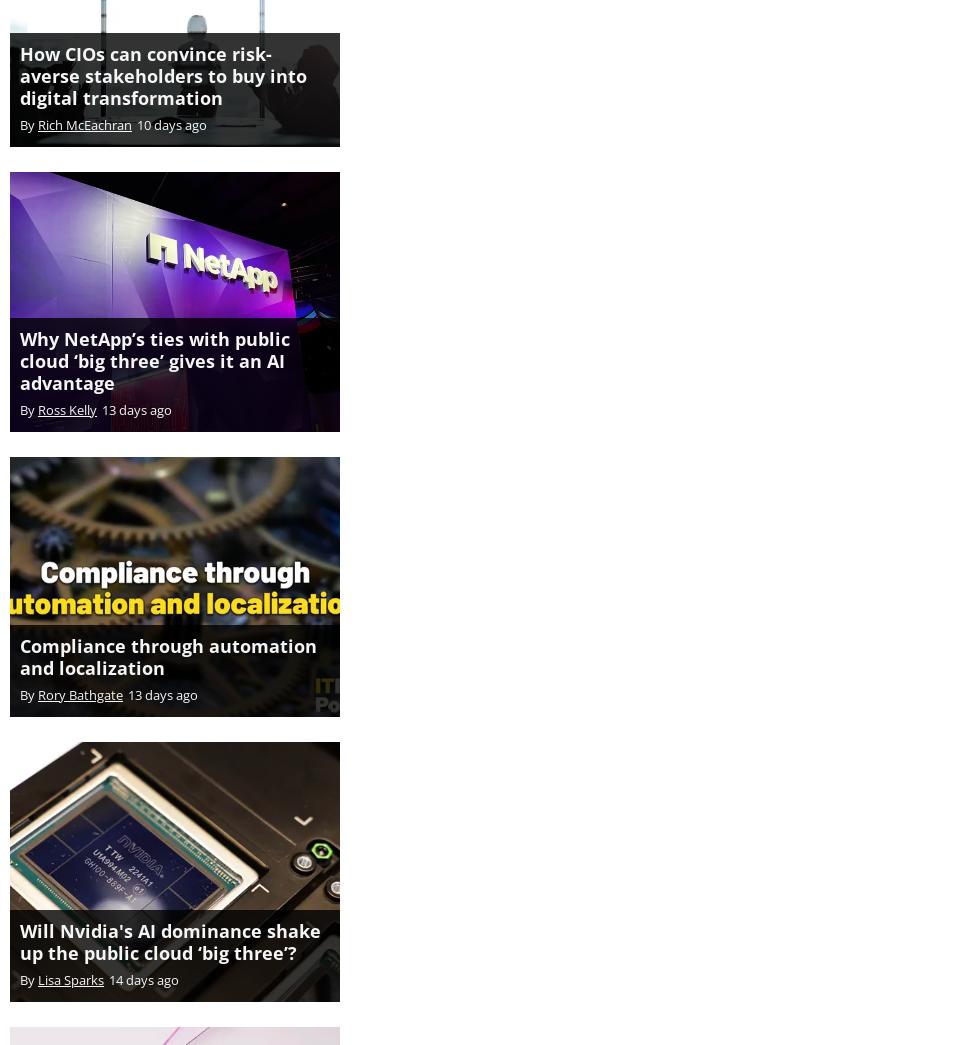 The width and height of the screenshot is (980, 1045). Describe the element at coordinates (38, 674) in the screenshot. I see `'Rory Bathgate'` at that location.